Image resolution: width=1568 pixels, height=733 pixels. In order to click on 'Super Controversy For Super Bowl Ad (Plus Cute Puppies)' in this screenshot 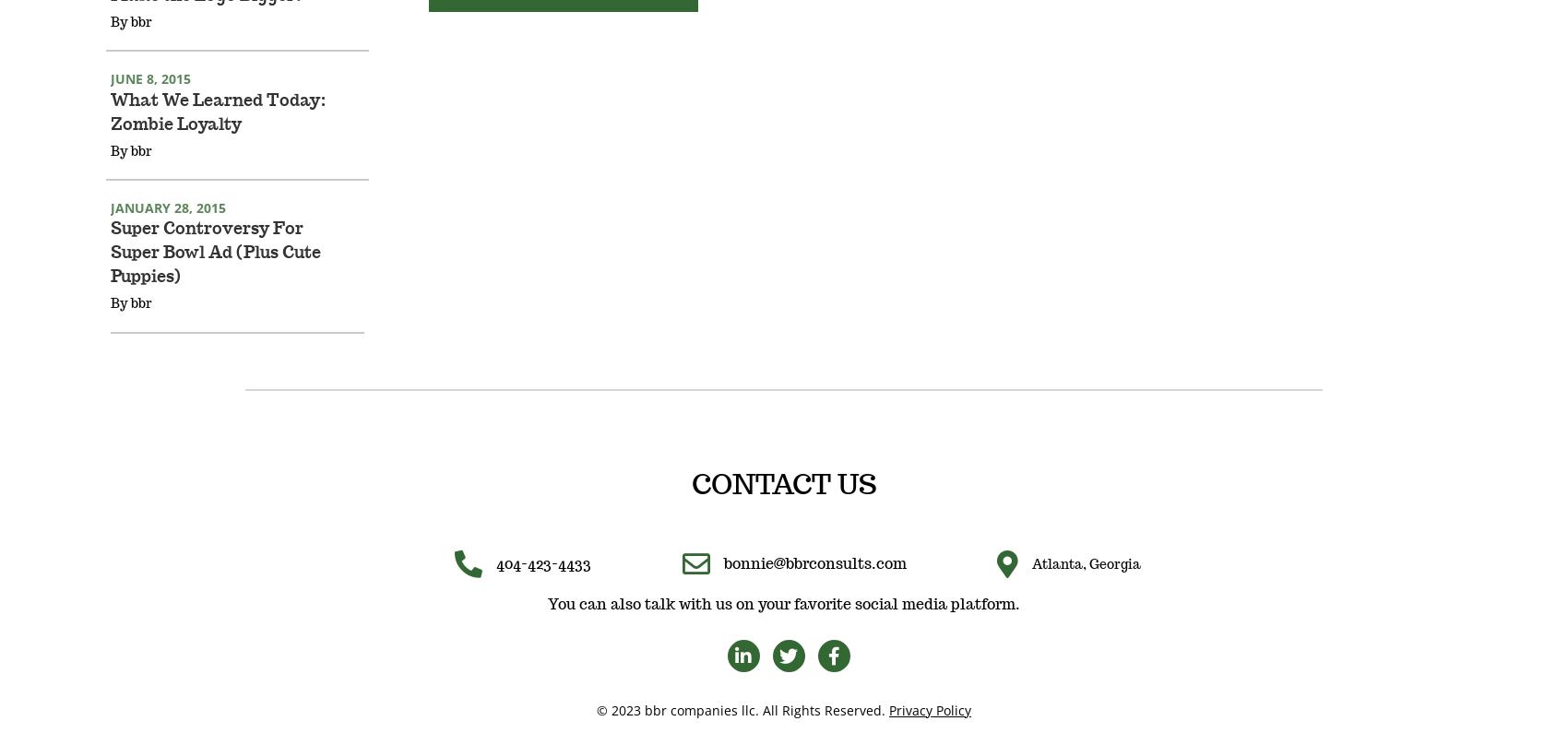, I will do `click(215, 278)`.